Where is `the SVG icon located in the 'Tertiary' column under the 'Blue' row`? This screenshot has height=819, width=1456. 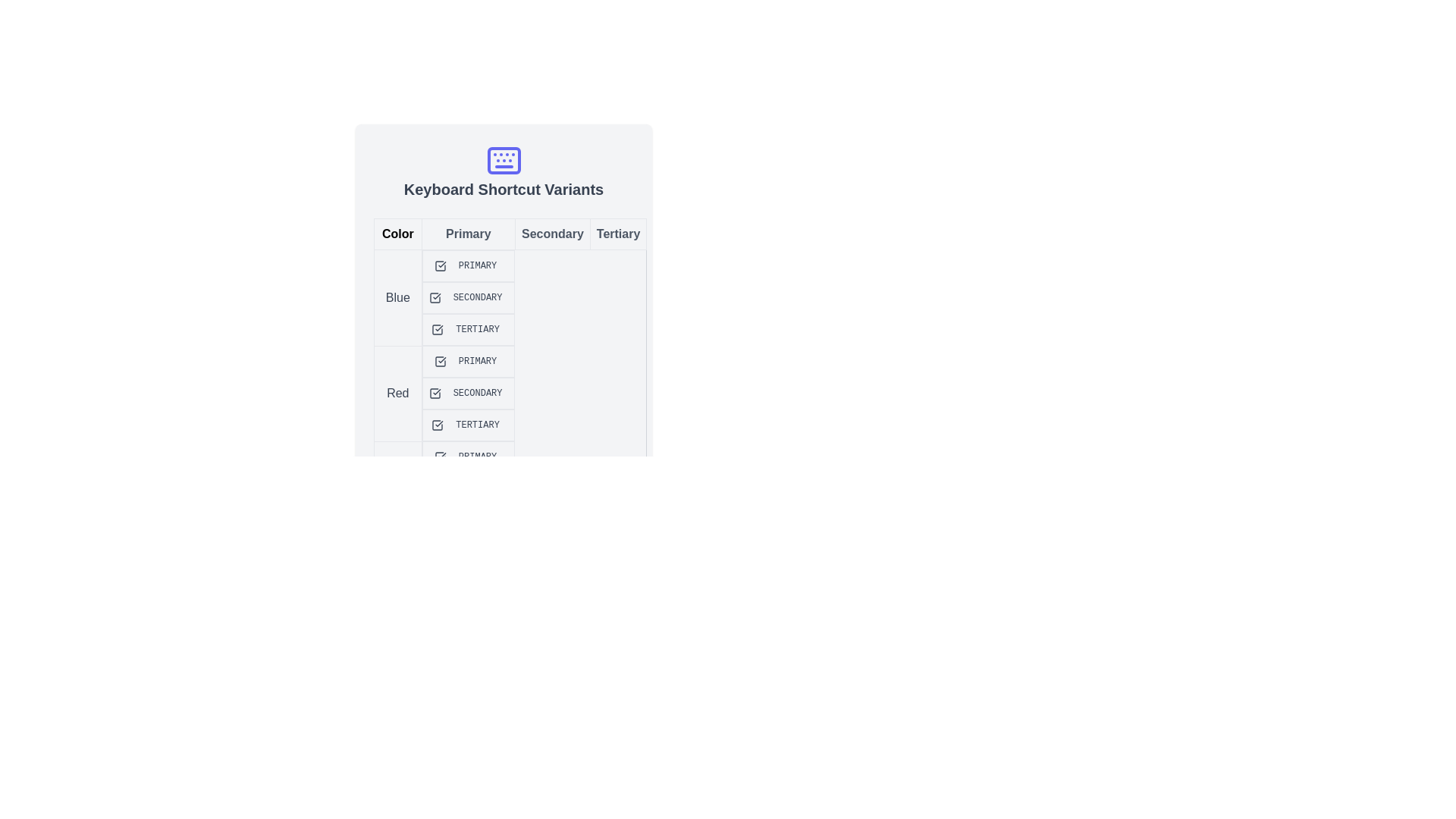 the SVG icon located in the 'Tertiary' column under the 'Blue' row is located at coordinates (437, 329).